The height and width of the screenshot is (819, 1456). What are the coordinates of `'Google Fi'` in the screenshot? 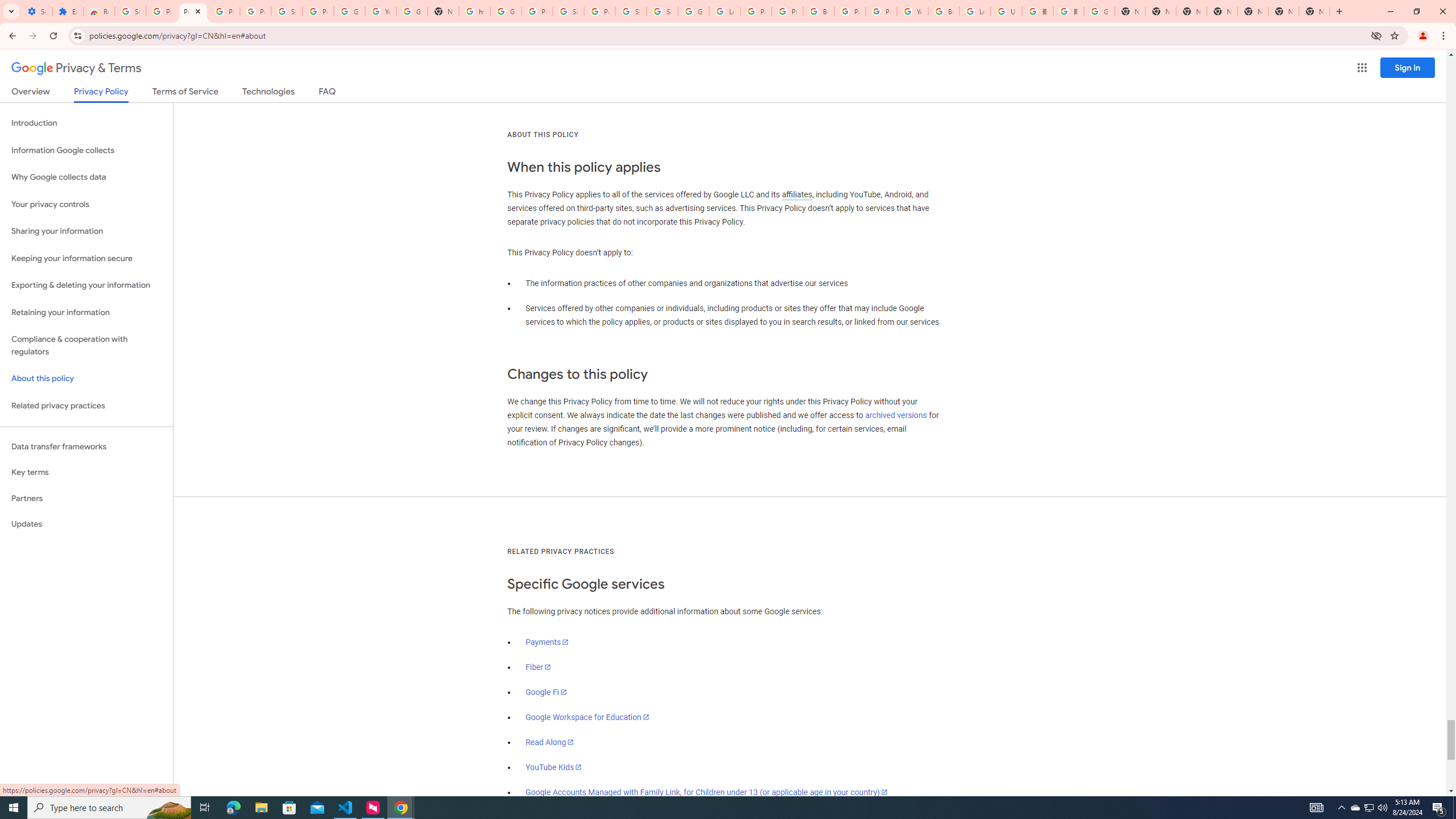 It's located at (545, 691).